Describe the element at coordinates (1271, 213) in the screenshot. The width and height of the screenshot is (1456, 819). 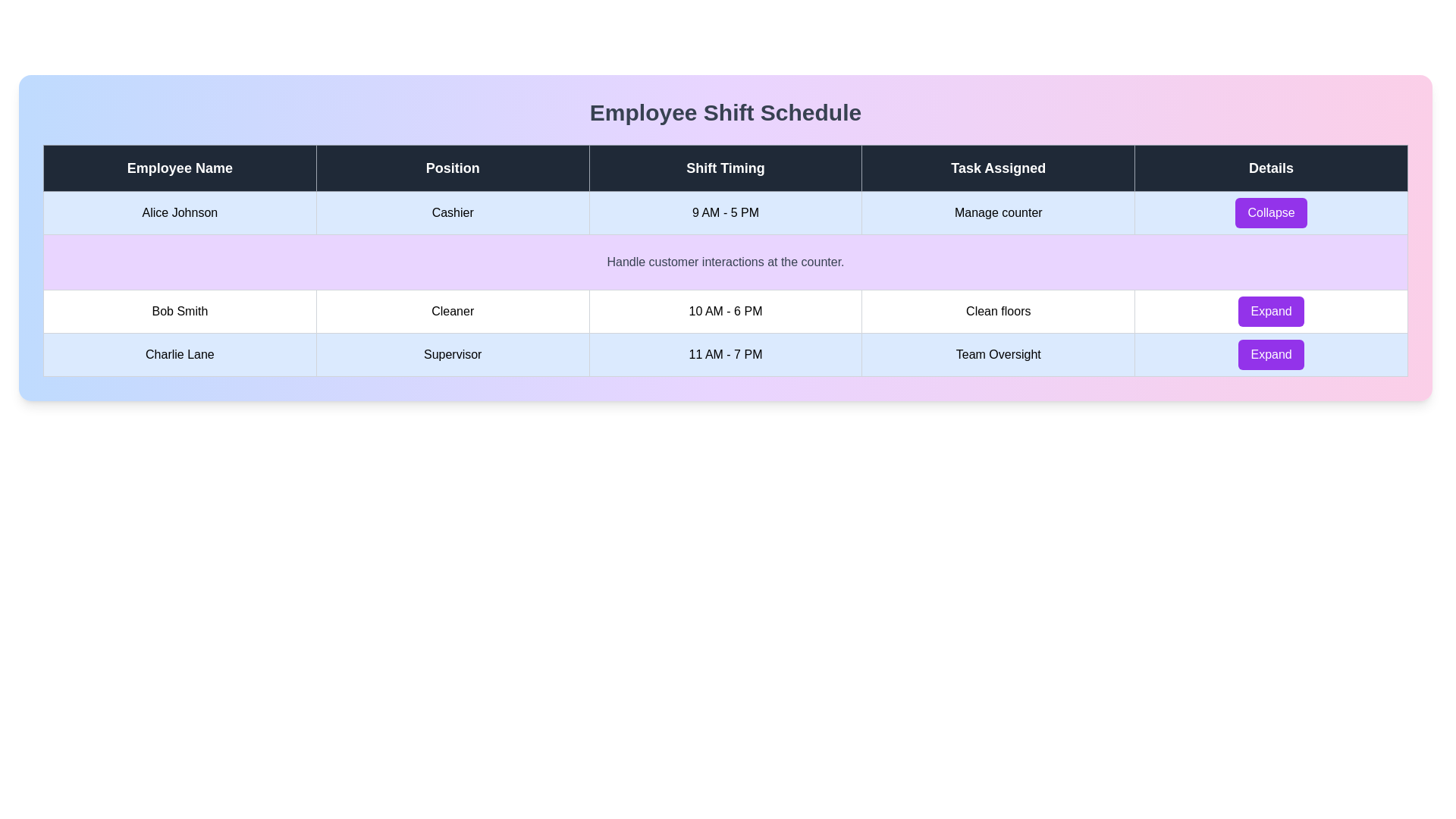
I see `the 'Collapse' button with a purple background and white text in the employee shift schedule for accessibility interactions` at that location.